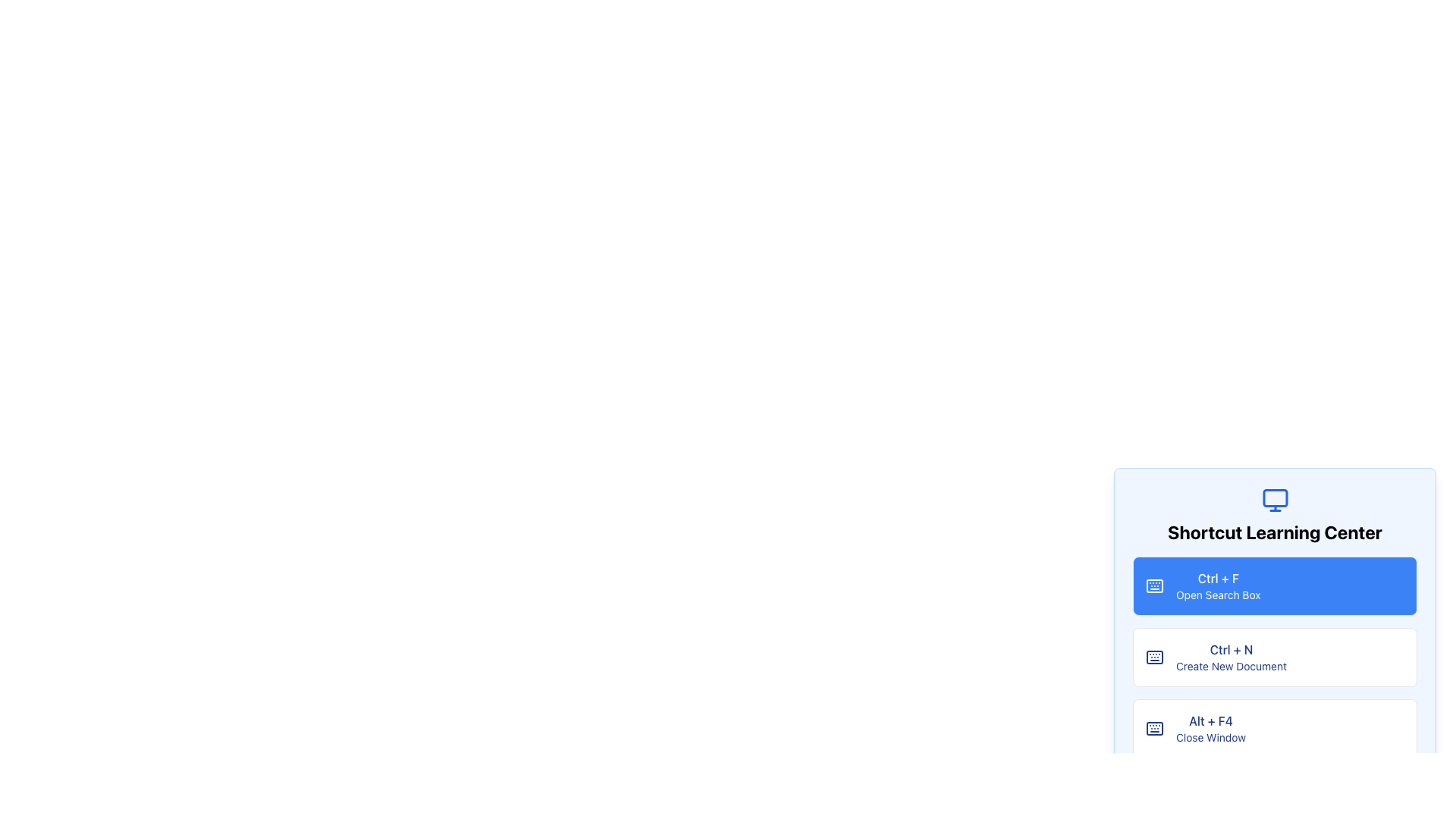 The image size is (1456, 819). Describe the element at coordinates (1218, 585) in the screenshot. I see `the text label displaying the keyboard shortcut 'Ctrl + F' and its action 'Open Search Box', which is located at the top of the list in the 'Shortcut Learning Center' module` at that location.